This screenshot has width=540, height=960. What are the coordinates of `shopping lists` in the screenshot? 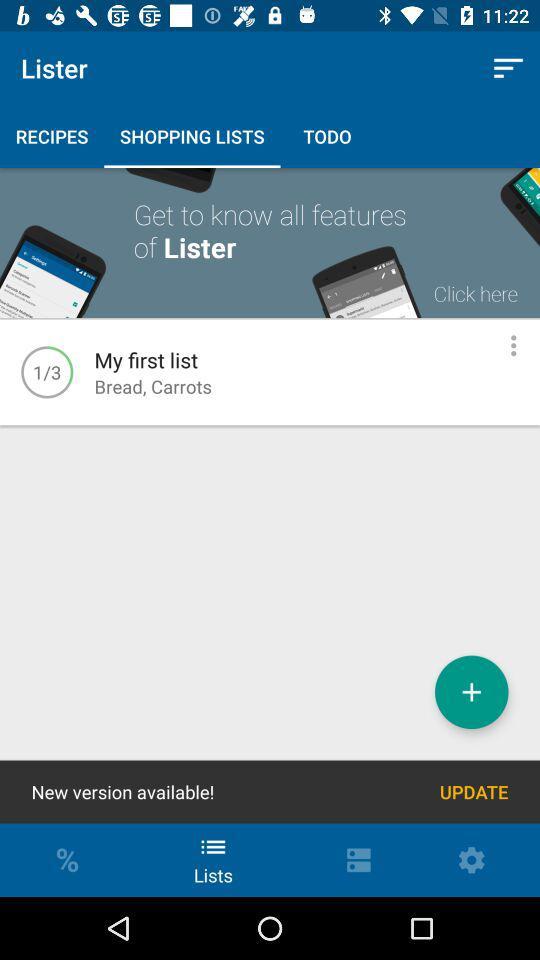 It's located at (471, 692).